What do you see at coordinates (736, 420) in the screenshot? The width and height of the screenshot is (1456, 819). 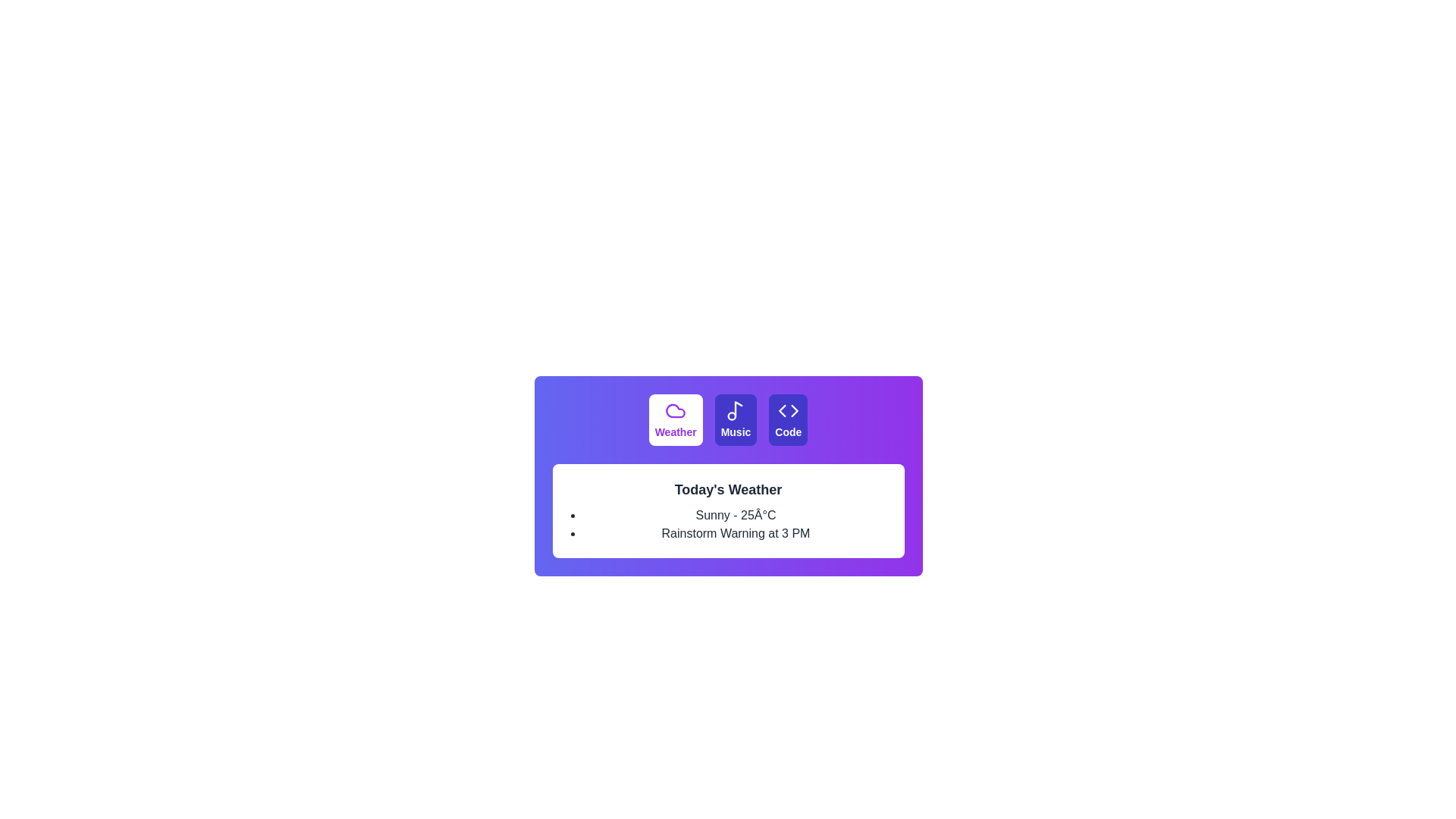 I see `the music feature button` at bounding box center [736, 420].